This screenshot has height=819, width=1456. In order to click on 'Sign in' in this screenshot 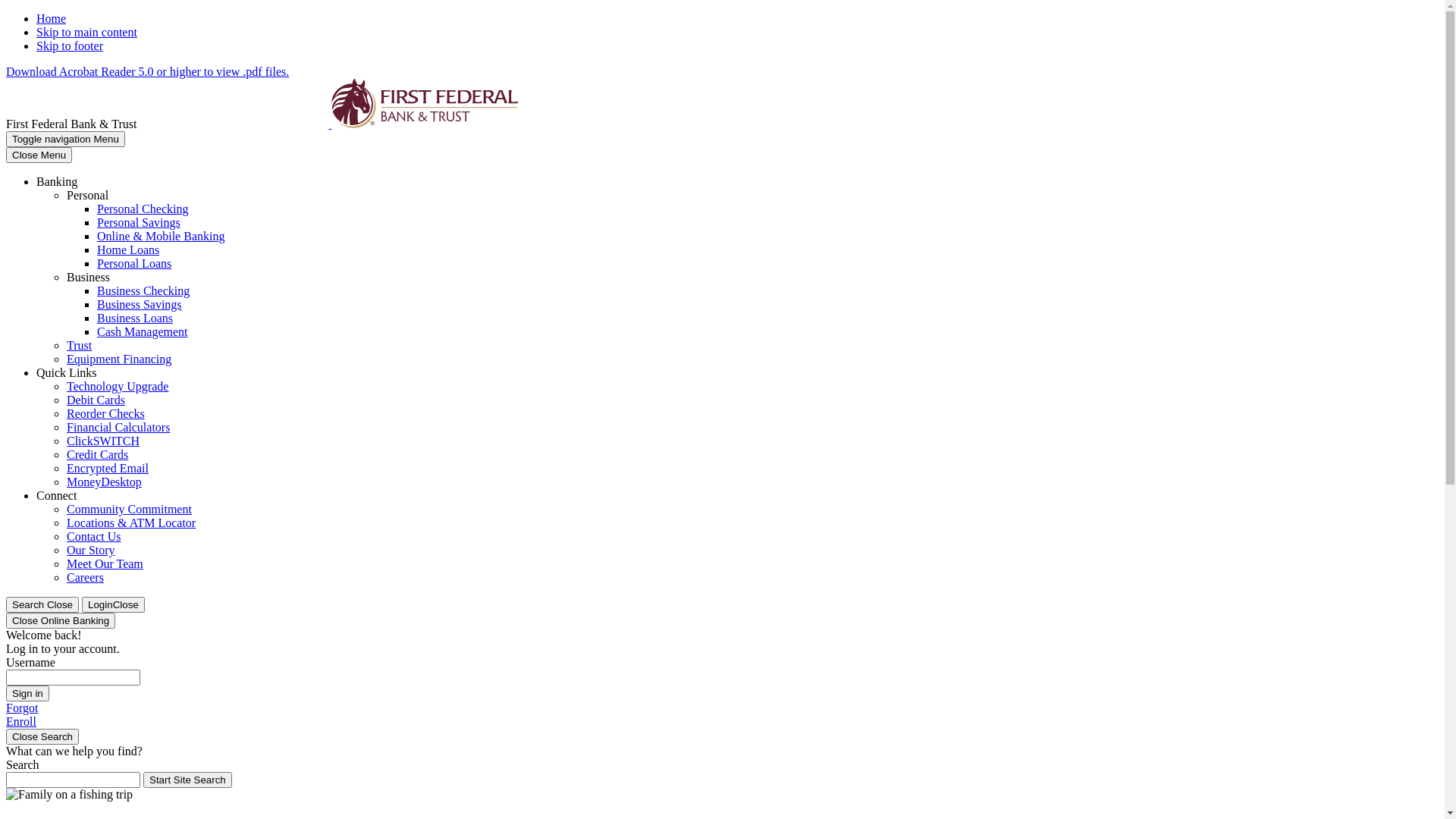, I will do `click(27, 693)`.